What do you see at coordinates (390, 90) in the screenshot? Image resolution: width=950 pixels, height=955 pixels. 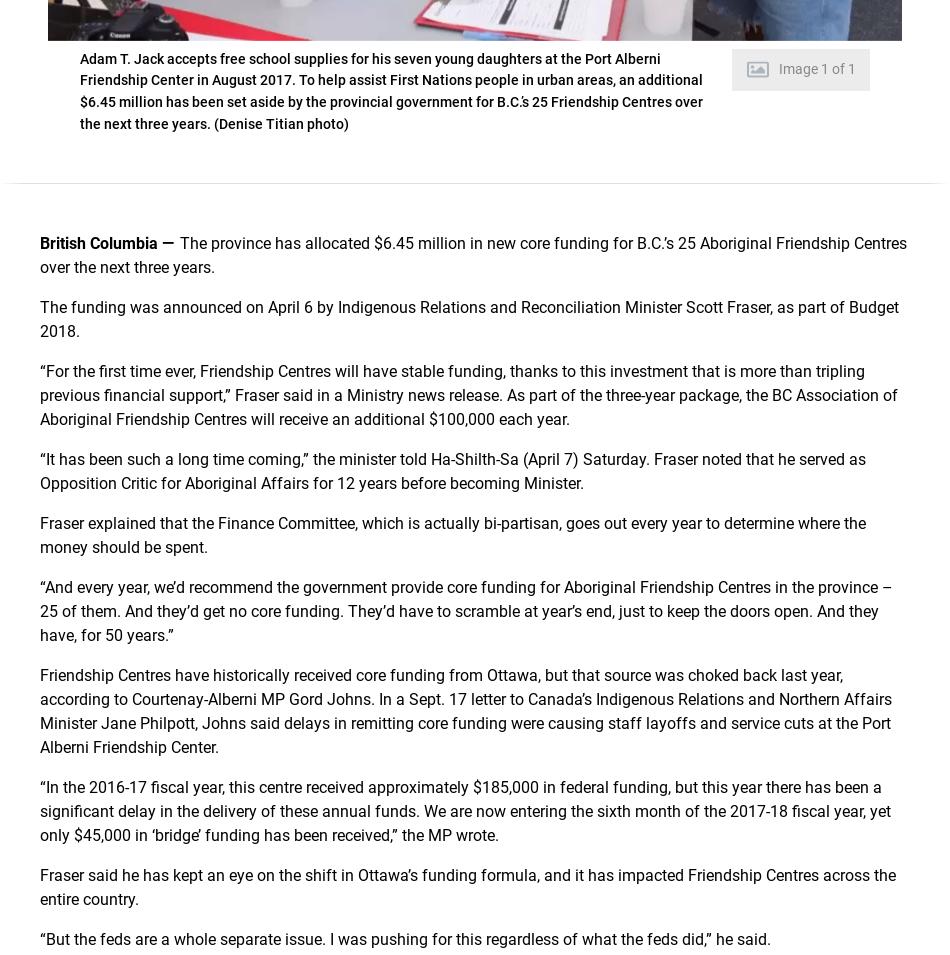 I see `'Adam T. Jack accepts free school supplies for his seven young daughters at the Port Alberni Friendship Center in August 2017. To help assist First Nations people in urban areas, an additional $6.45 million has been set aside by the provincial government for B.C.’s 25 Friendship Centres over the next three years. (Denise Titian photo)'` at bounding box center [390, 90].